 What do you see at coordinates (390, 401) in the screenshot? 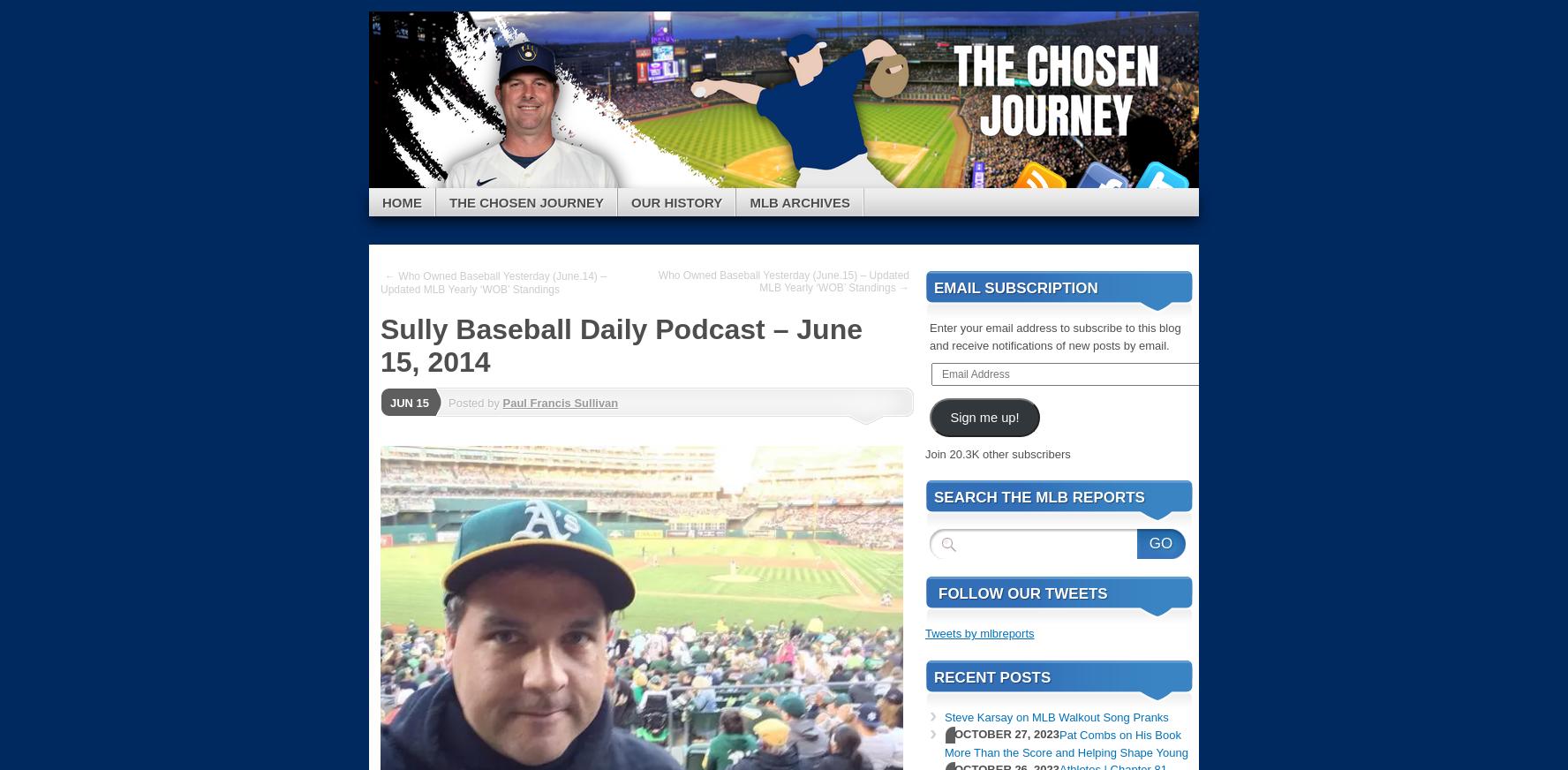
I see `'Jun 15'` at bounding box center [390, 401].